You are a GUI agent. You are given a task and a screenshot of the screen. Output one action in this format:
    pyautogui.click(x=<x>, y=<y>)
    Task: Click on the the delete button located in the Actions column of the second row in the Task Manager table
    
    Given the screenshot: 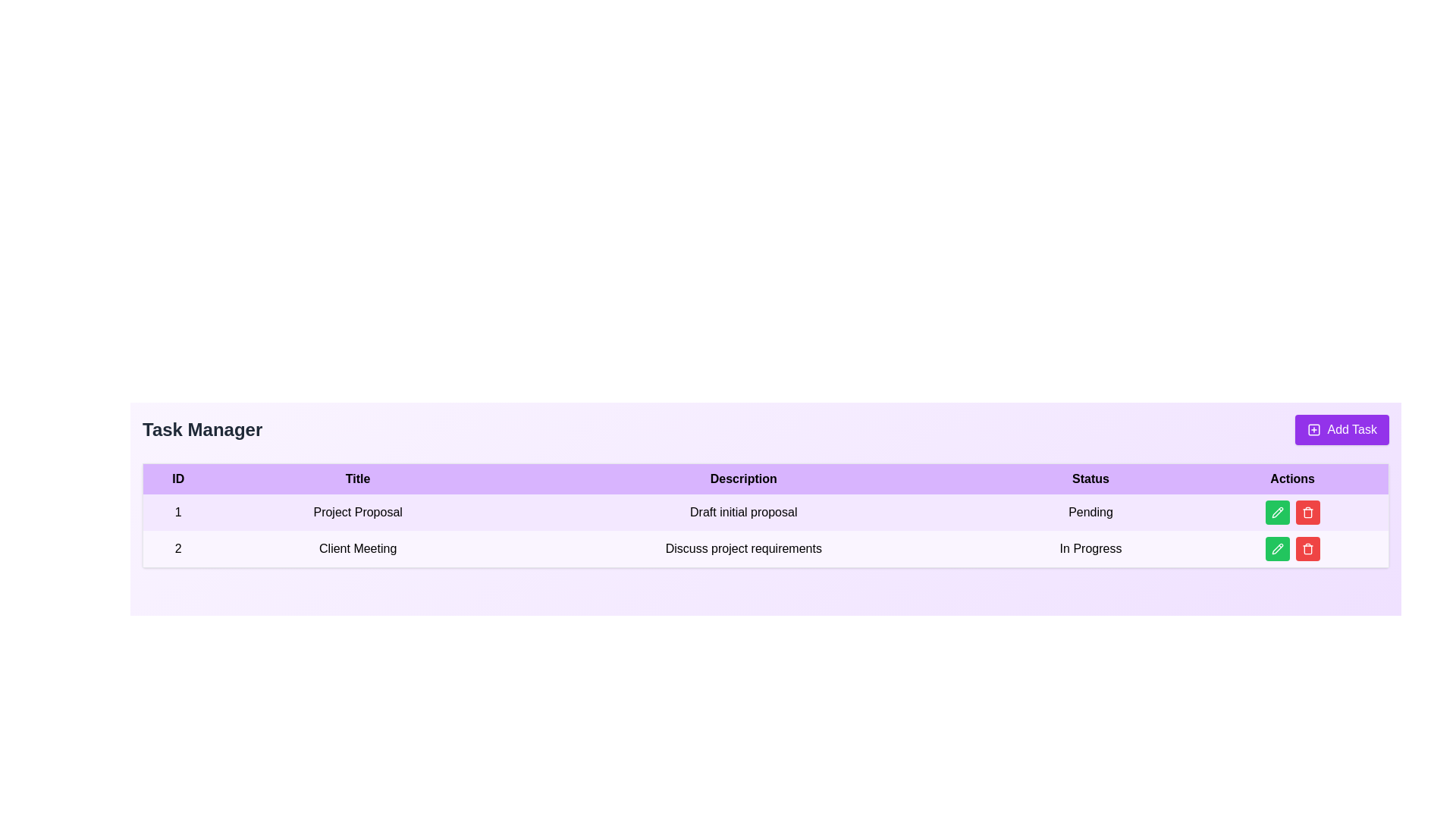 What is the action you would take?
    pyautogui.click(x=1307, y=512)
    